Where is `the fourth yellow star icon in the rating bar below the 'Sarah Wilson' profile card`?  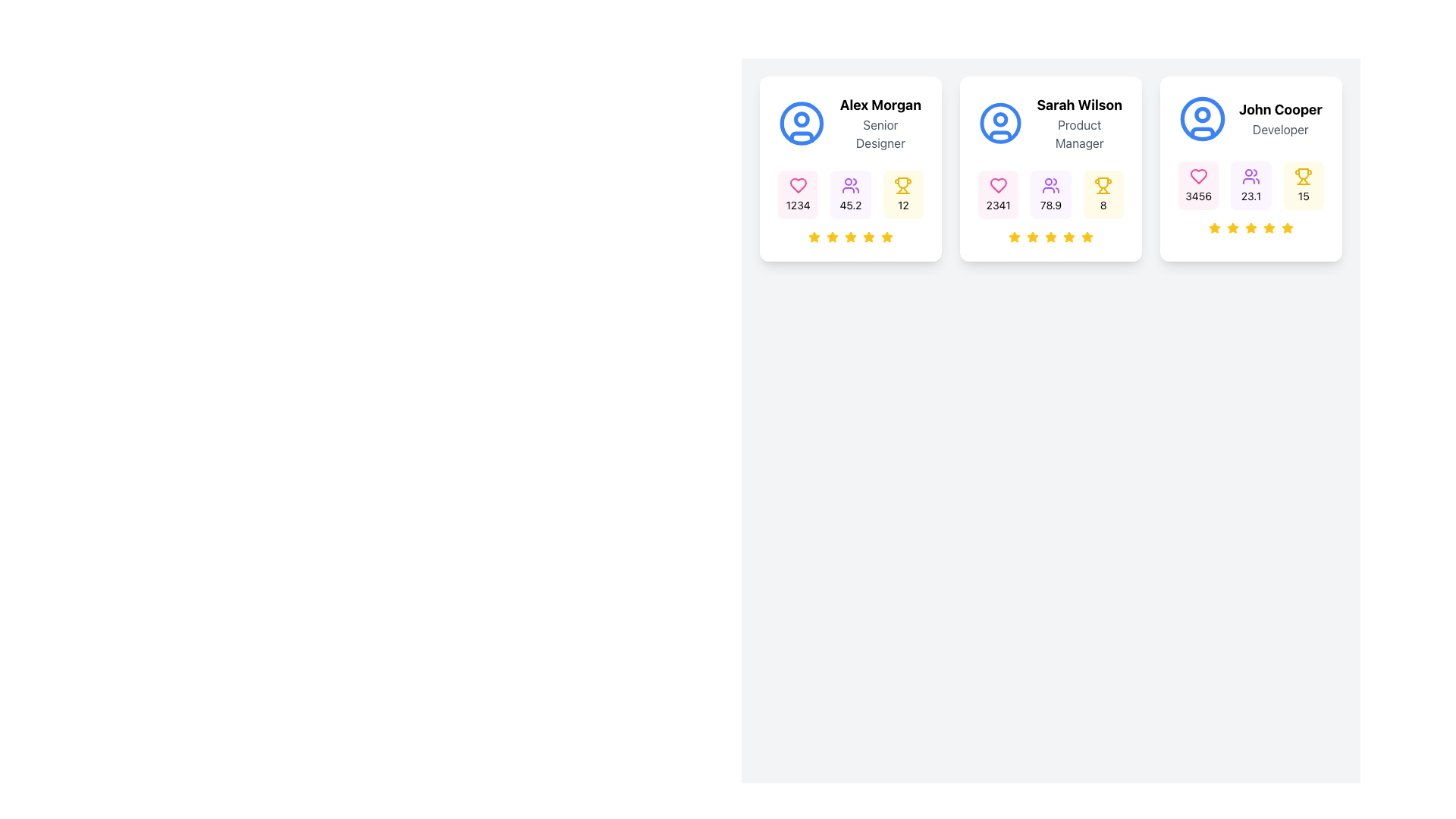
the fourth yellow star icon in the rating bar below the 'Sarah Wilson' profile card is located at coordinates (1050, 237).